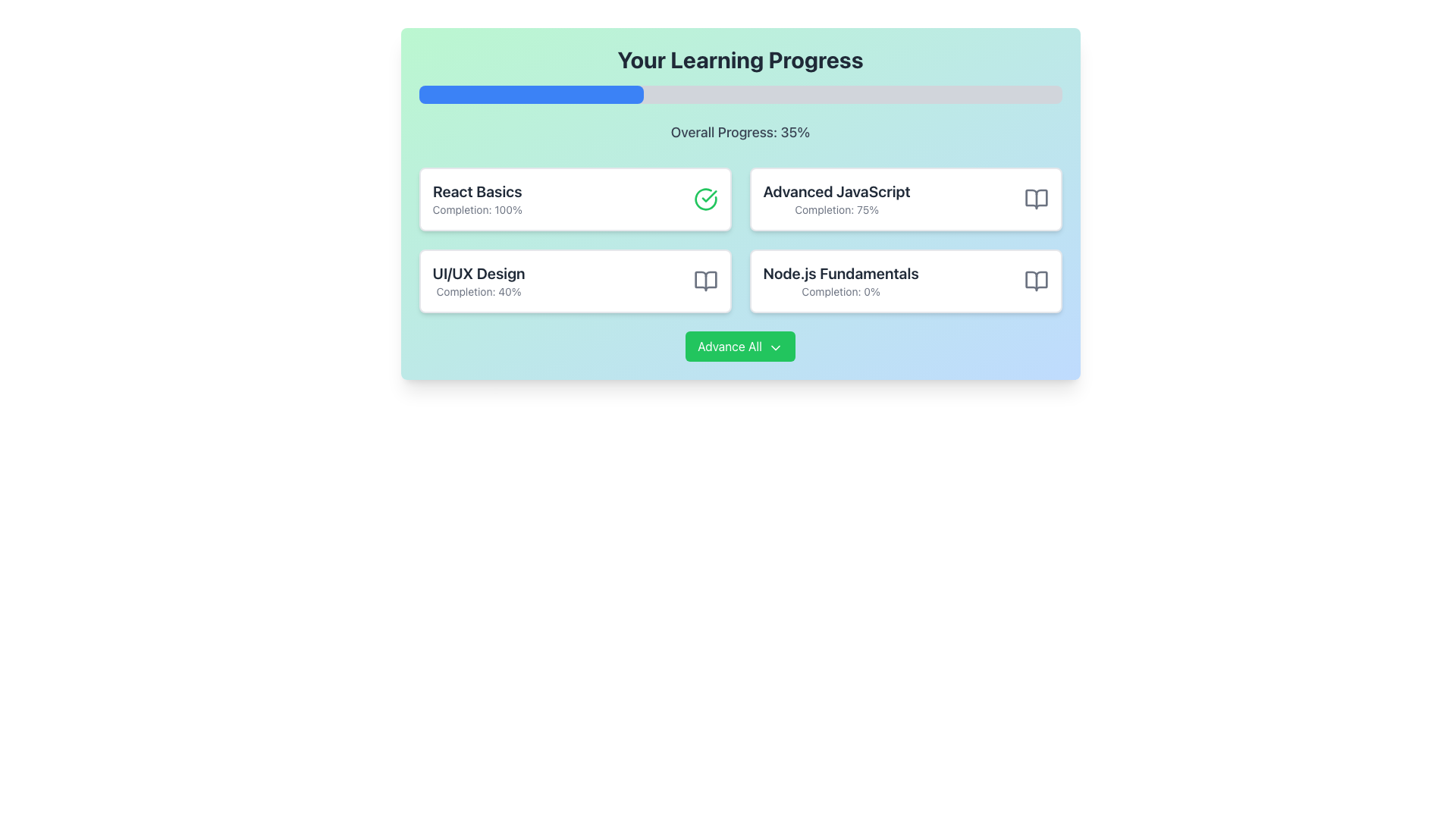 The height and width of the screenshot is (819, 1456). What do you see at coordinates (704, 198) in the screenshot?
I see `the completion status icon for the 'React Basics' module located in the top-left card of the 'Your Learning Progress' section, positioned to the right of the module title and completion text` at bounding box center [704, 198].